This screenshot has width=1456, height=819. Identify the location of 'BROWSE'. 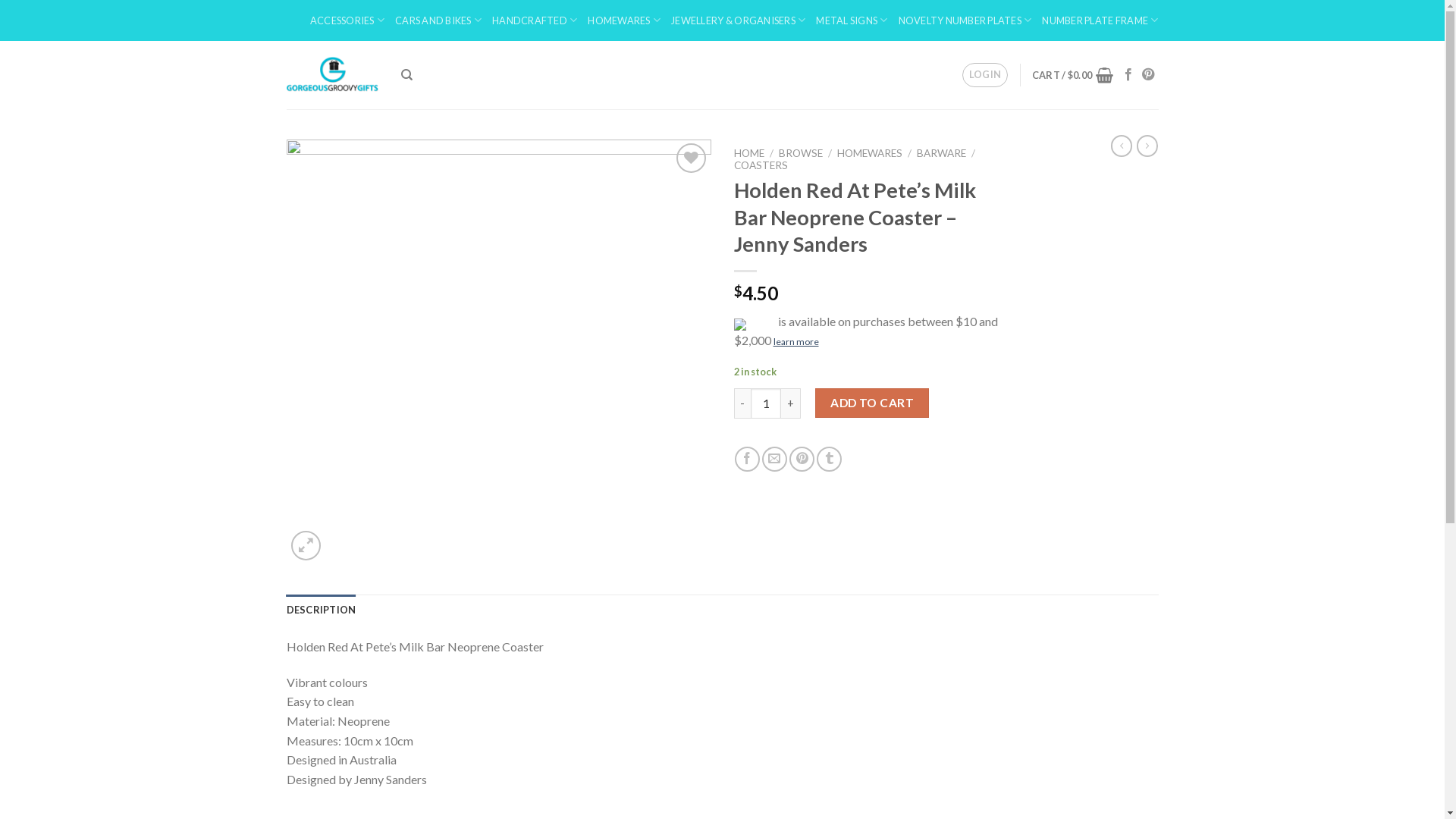
(779, 152).